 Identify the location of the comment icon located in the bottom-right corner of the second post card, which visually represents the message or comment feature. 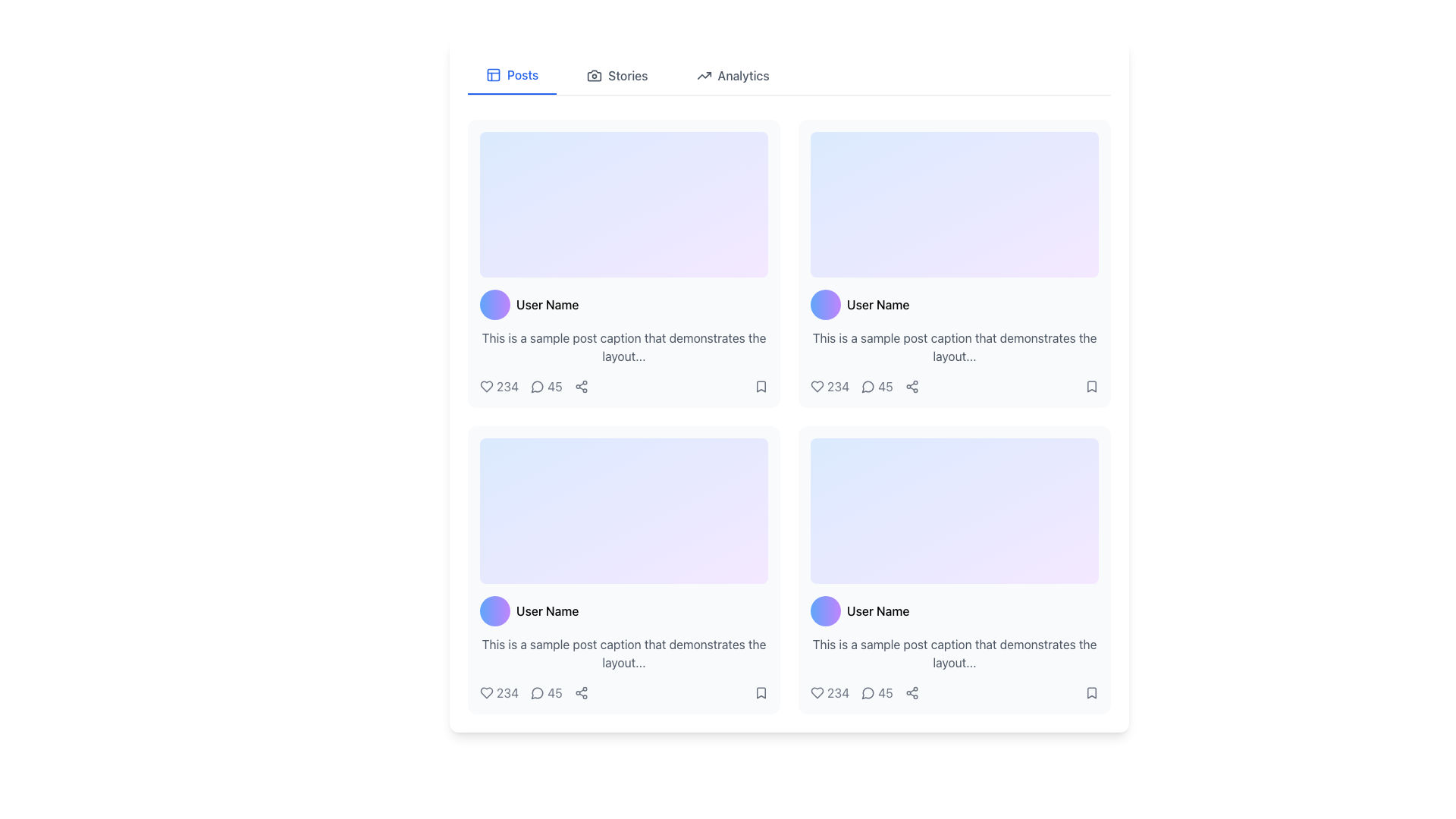
(868, 693).